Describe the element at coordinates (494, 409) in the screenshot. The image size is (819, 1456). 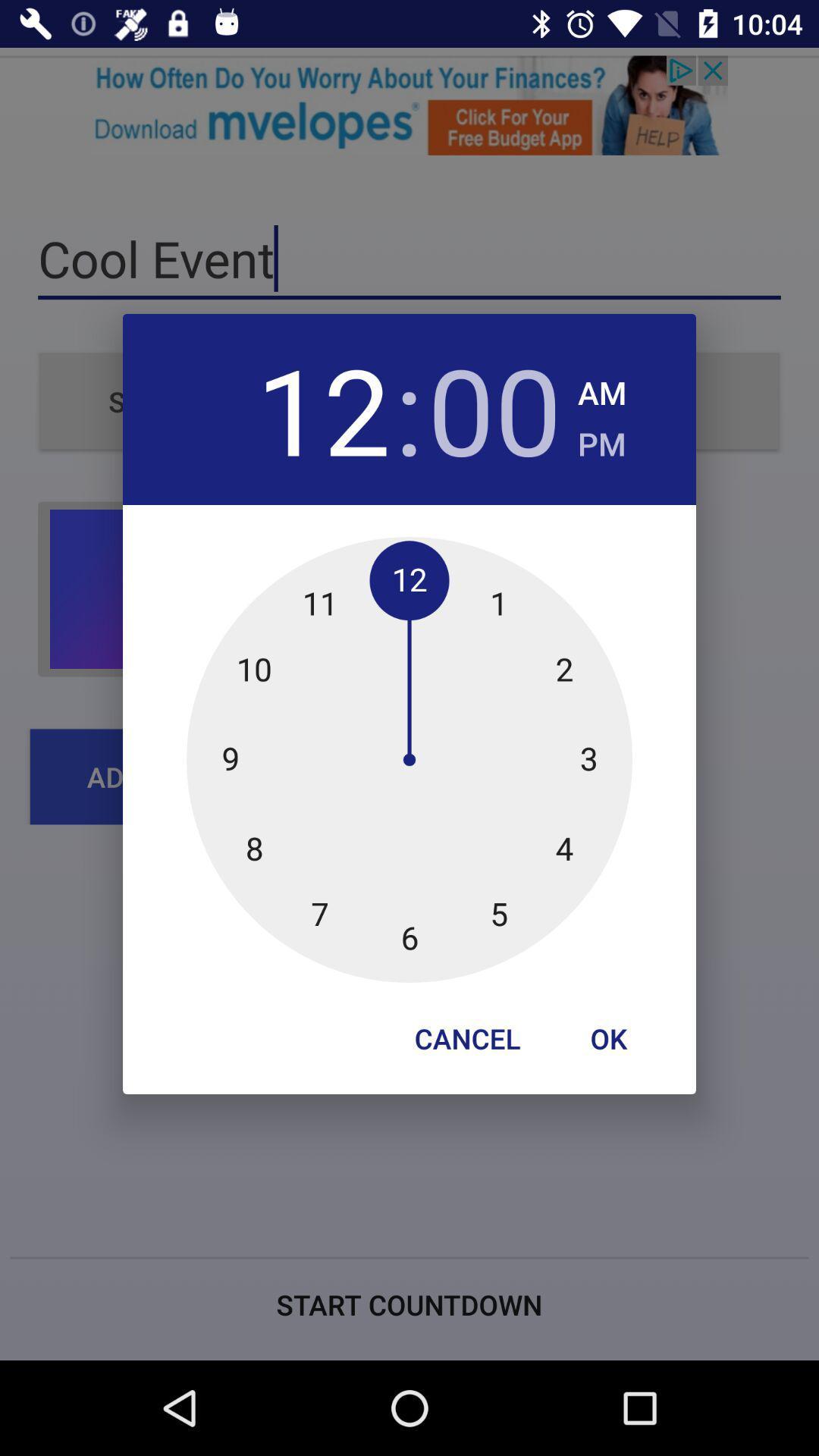
I see `the 00 item` at that location.